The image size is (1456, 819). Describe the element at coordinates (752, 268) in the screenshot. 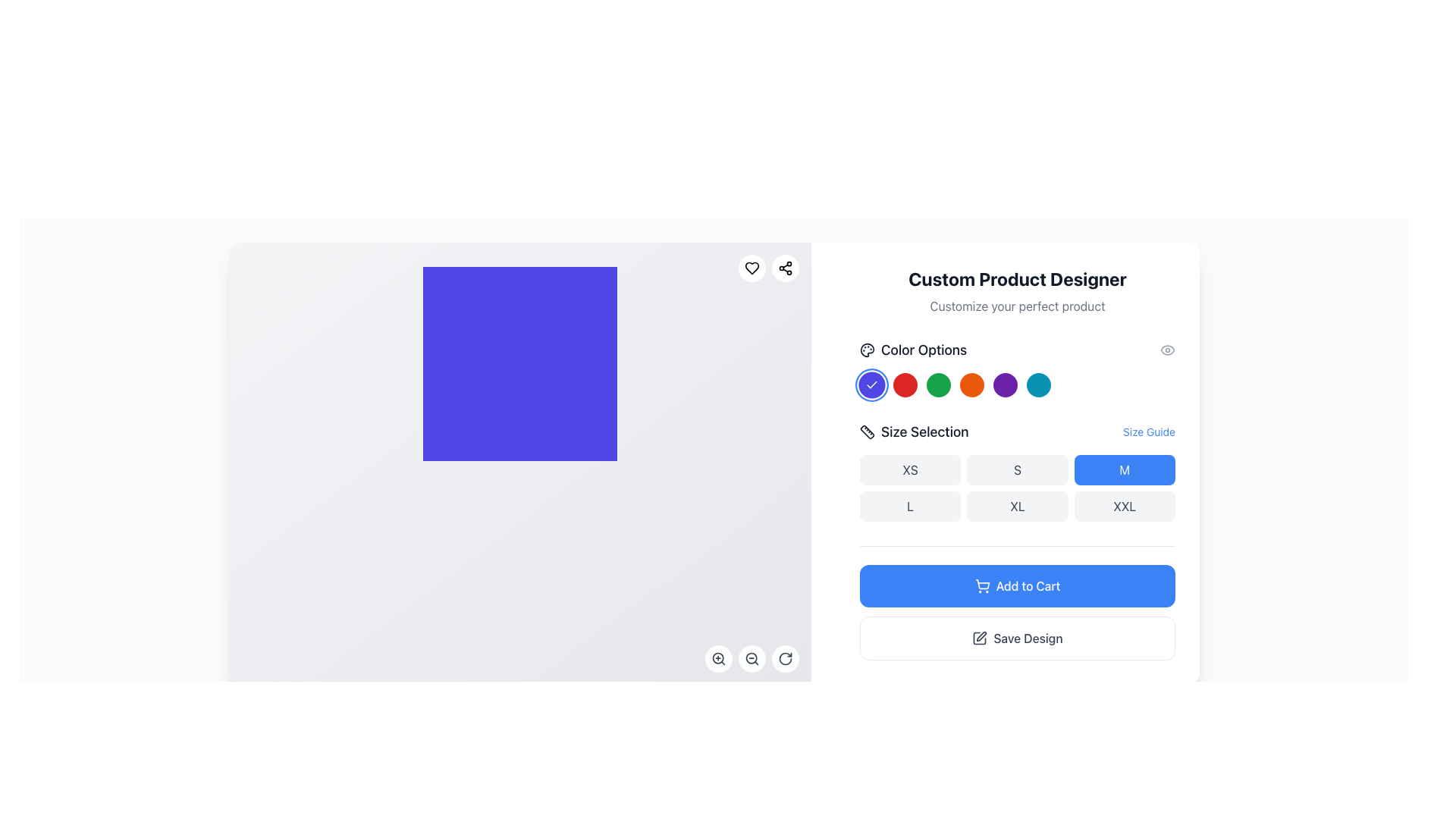

I see `the small heart icon, which is a favorite or like indicator` at that location.